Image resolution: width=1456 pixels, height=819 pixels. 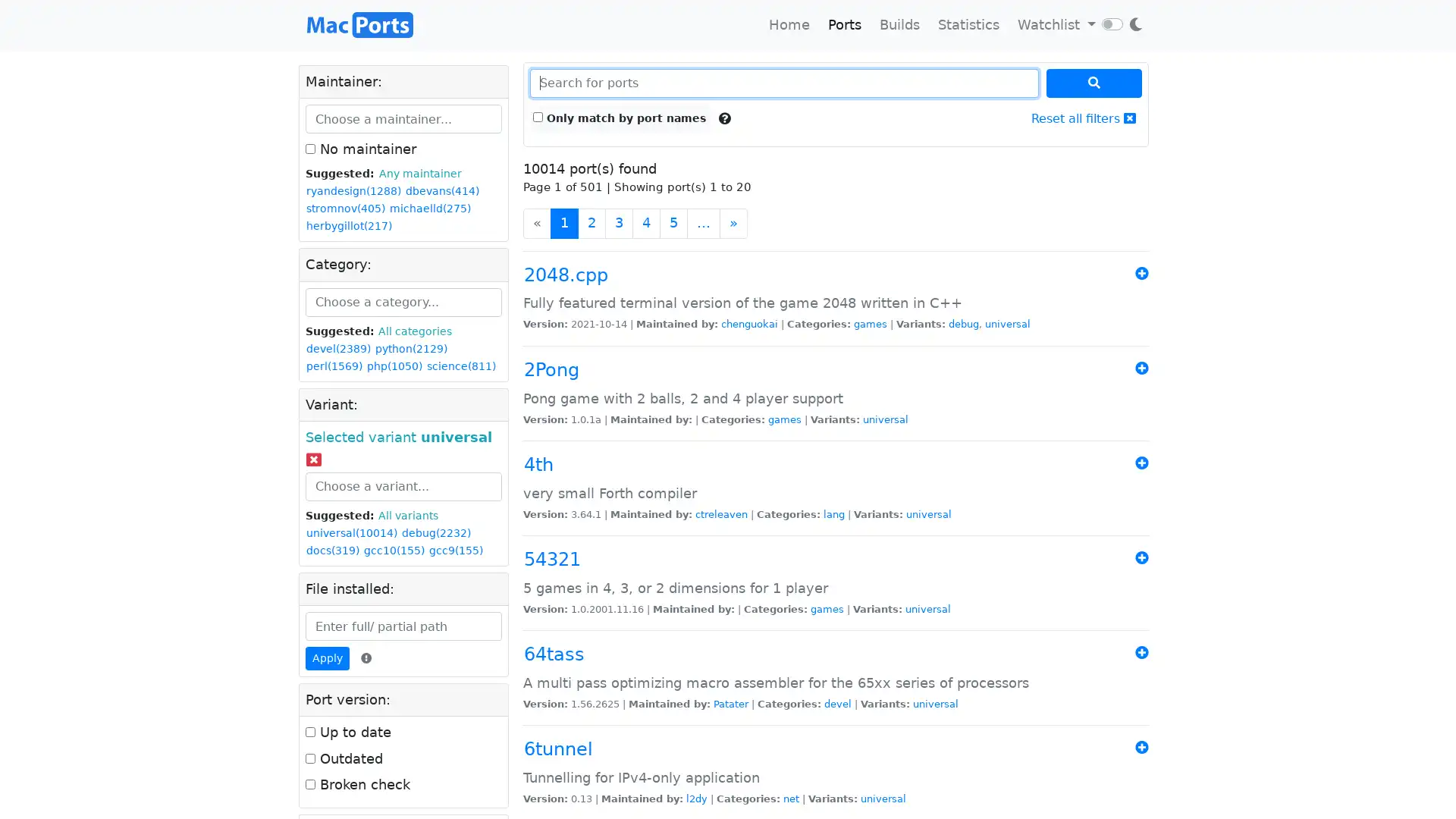 I want to click on dbevans(414), so click(x=441, y=190).